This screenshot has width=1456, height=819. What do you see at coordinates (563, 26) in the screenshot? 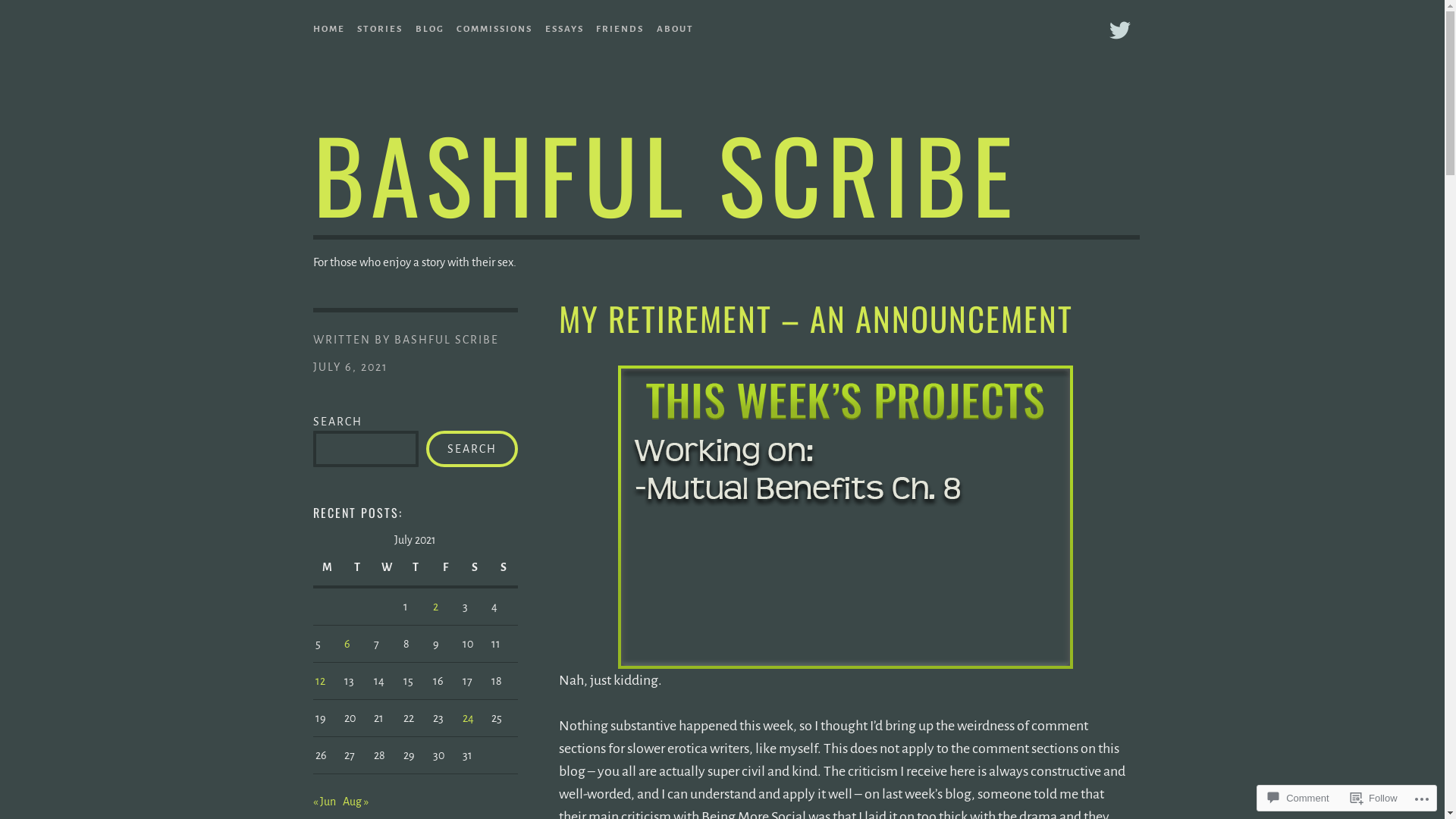
I see `'ESSAYS'` at bounding box center [563, 26].